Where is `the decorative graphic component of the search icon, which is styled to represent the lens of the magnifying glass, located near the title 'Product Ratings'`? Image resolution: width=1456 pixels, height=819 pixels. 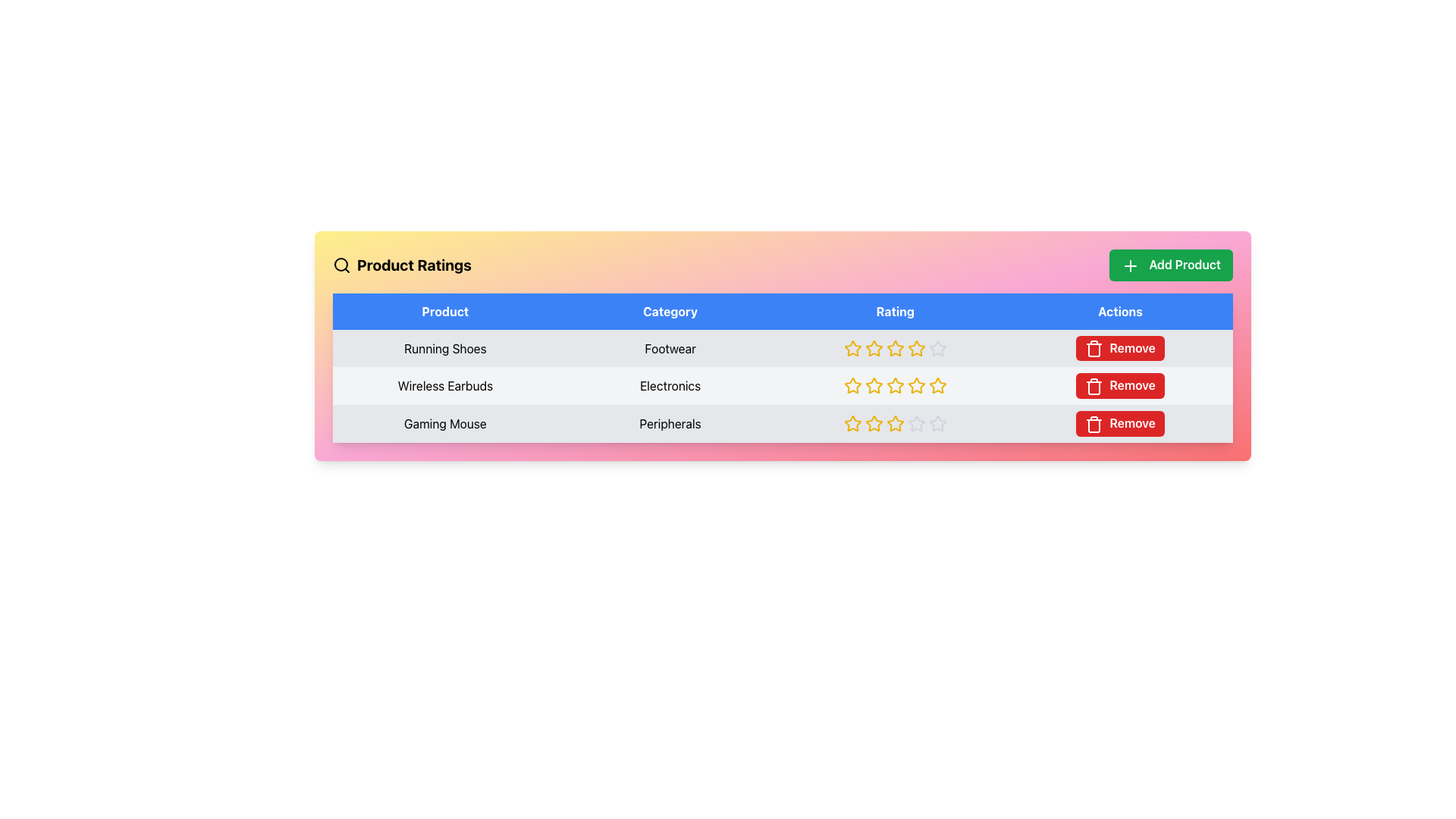 the decorative graphic component of the search icon, which is styled to represent the lens of the magnifying glass, located near the title 'Product Ratings' is located at coordinates (340, 262).